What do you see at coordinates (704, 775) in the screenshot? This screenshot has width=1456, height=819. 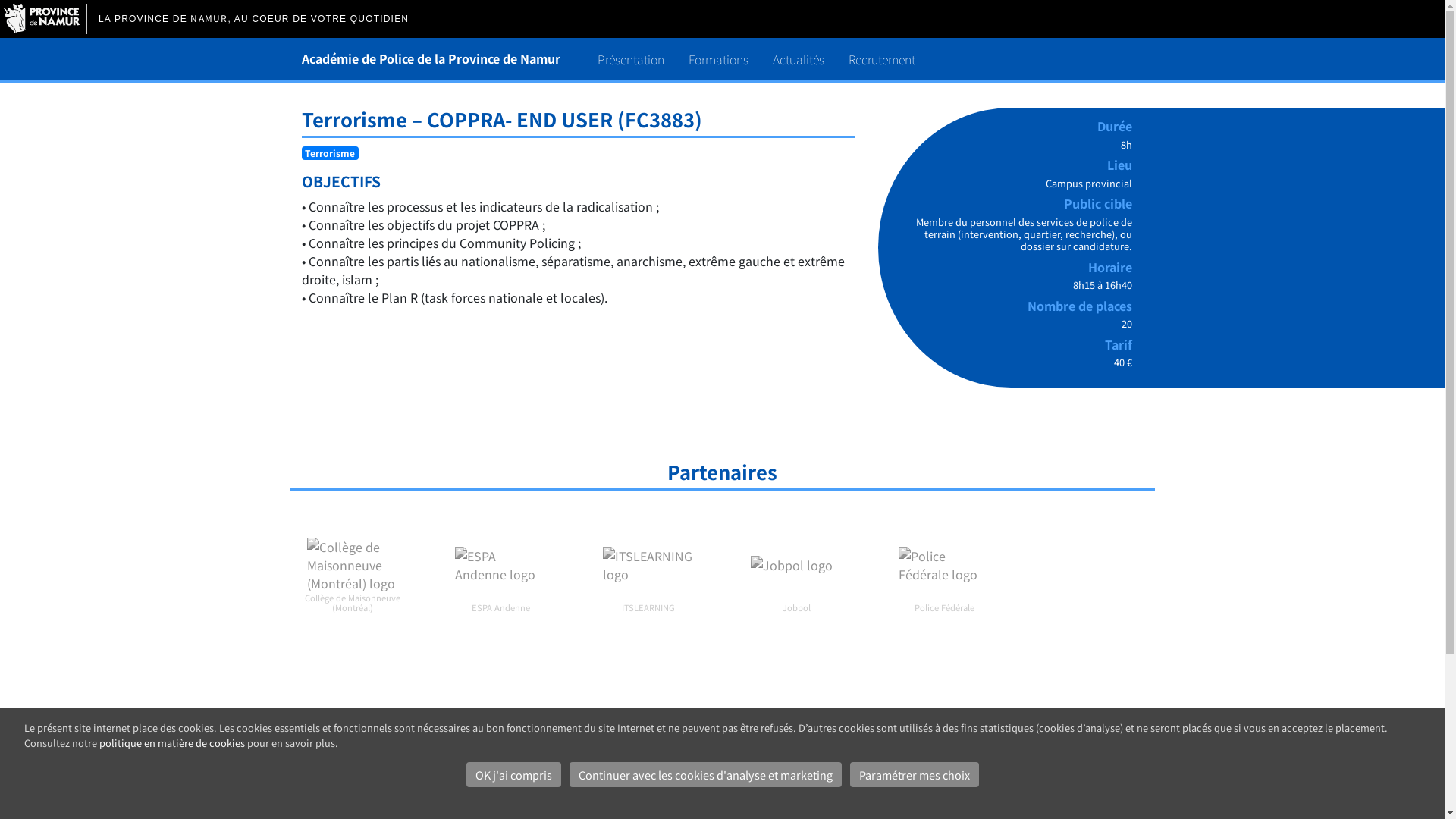 I see `'Continuer avec les cookies d'analyse et marketing'` at bounding box center [704, 775].